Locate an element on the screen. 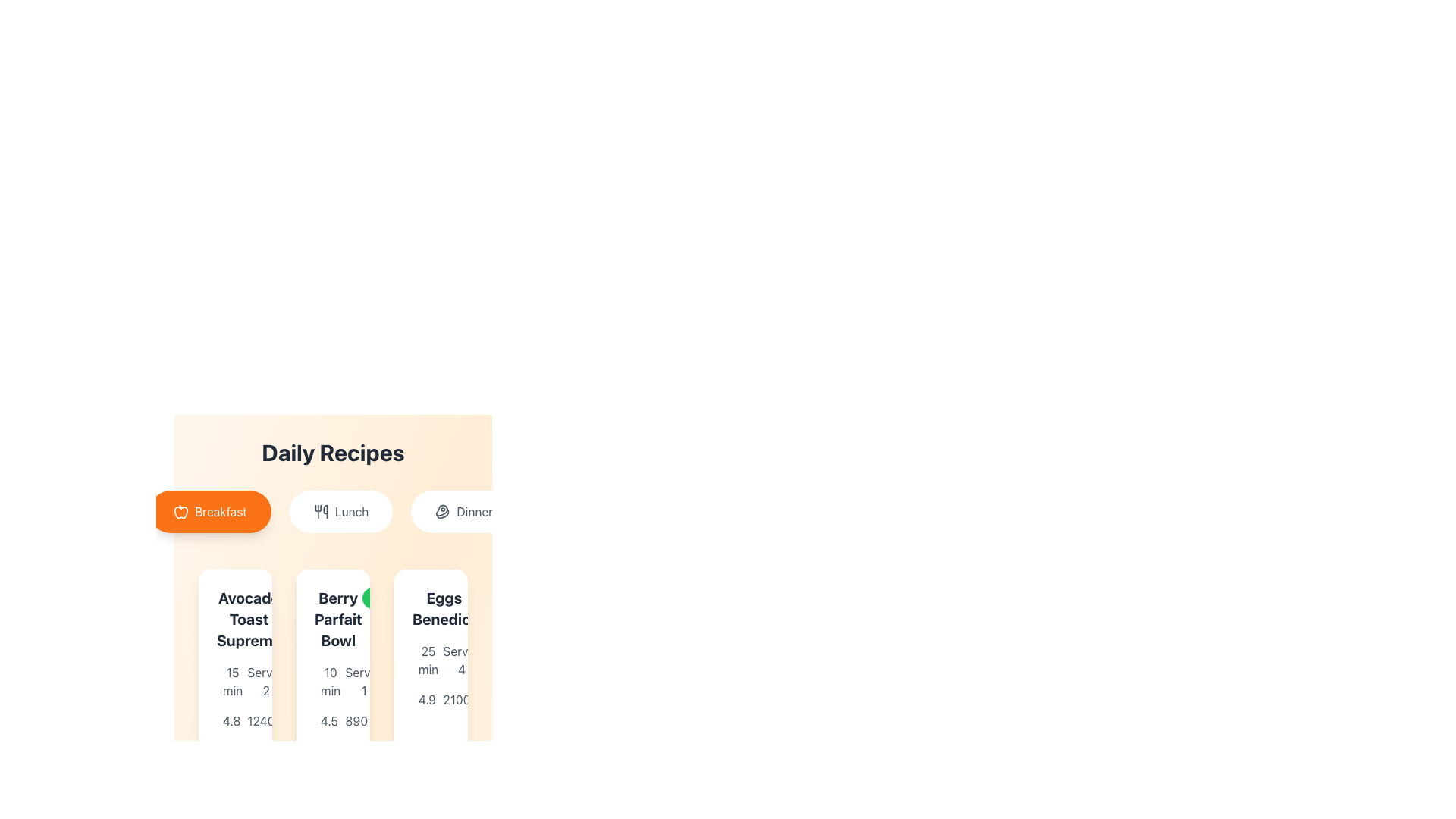  title text label of the recipe, which is located in the second column under the 'Daily Recipes' header, positioned to the left of the green 'Easy' tag is located at coordinates (337, 620).